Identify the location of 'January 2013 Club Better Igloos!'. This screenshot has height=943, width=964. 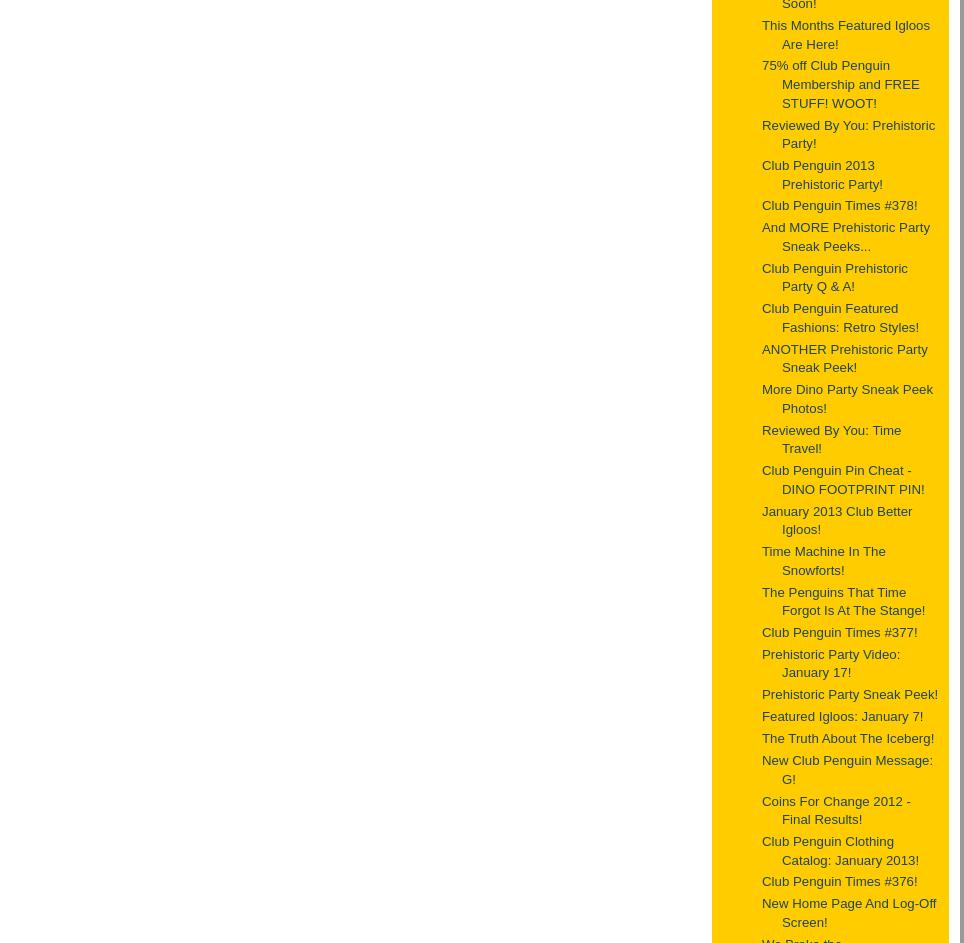
(761, 518).